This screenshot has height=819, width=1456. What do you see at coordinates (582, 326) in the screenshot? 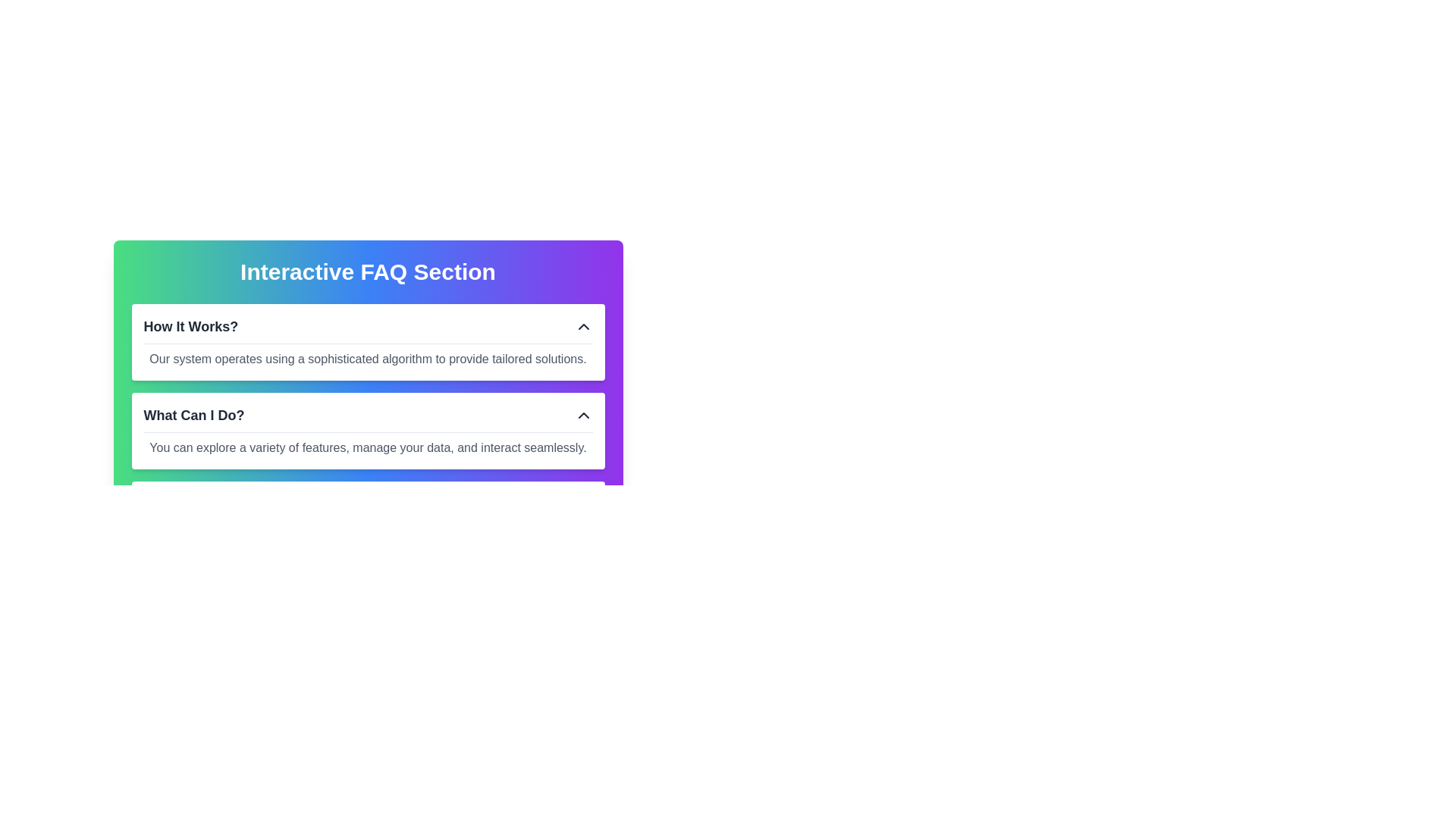
I see `the icon button located at the top-right corner of the 'How It Works?' FAQ section` at bounding box center [582, 326].